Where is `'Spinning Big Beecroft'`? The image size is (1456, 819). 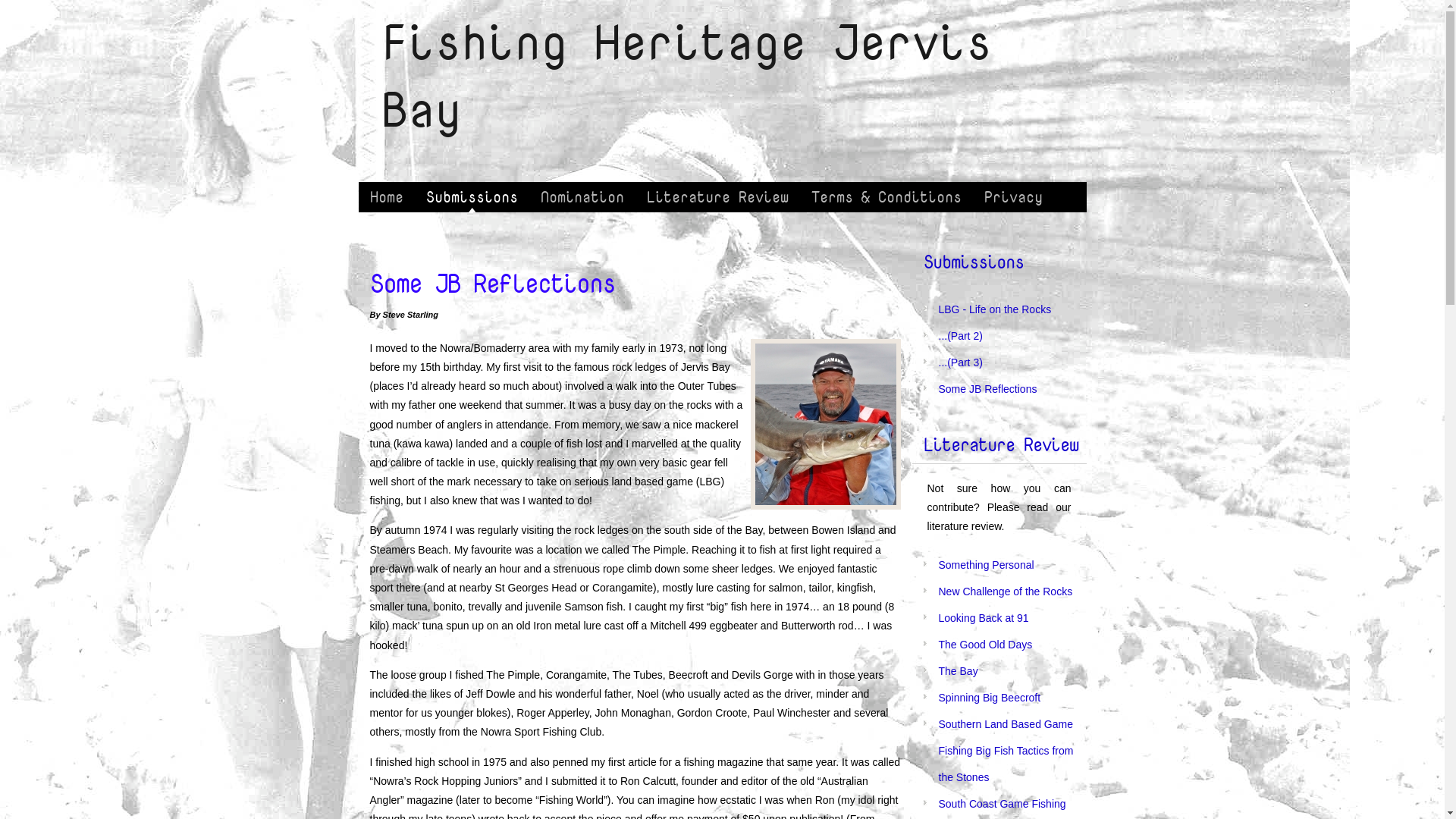
'Spinning Big Beecroft' is located at coordinates (938, 698).